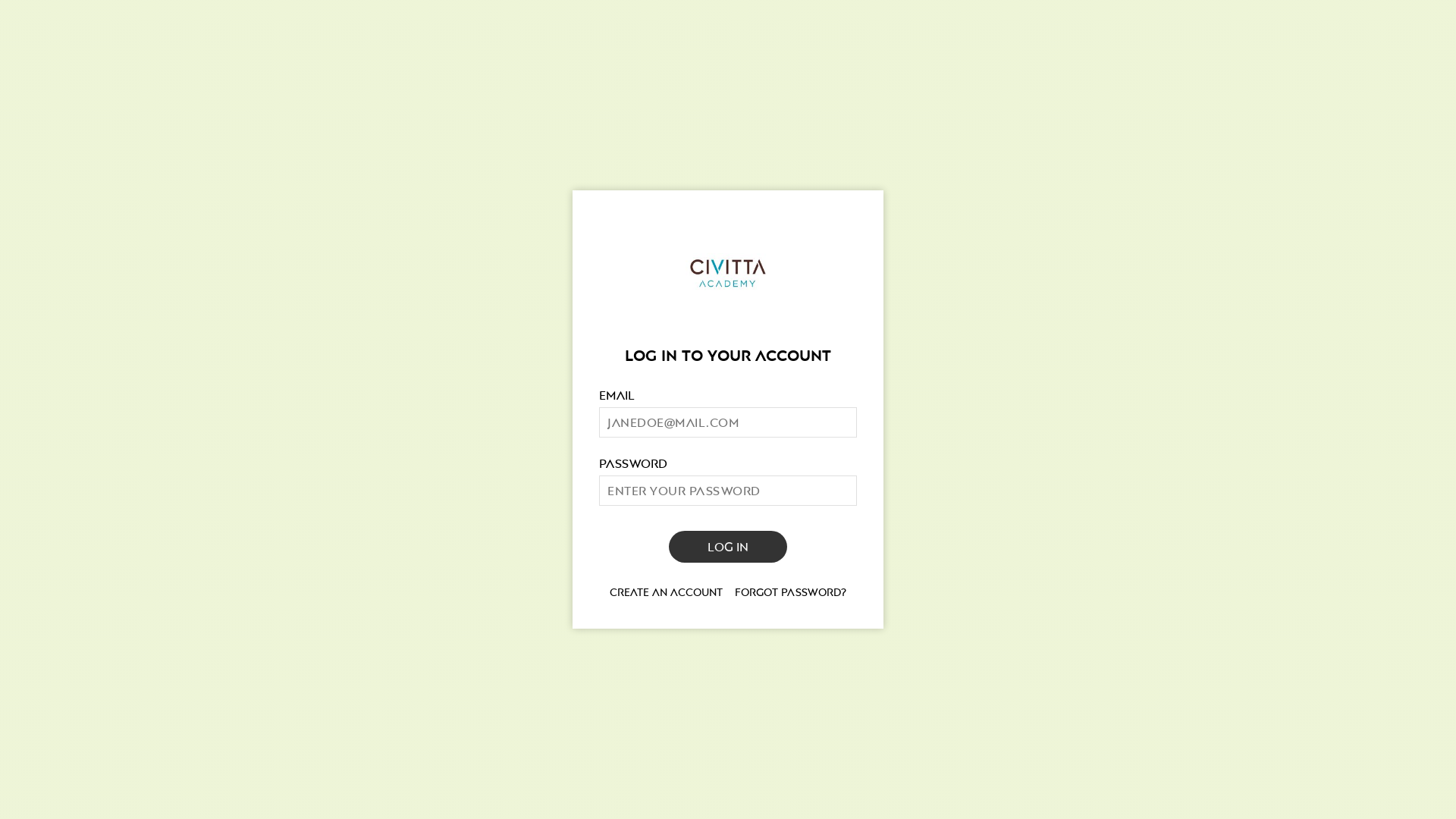  What do you see at coordinates (789, 591) in the screenshot?
I see `'Forgot password?'` at bounding box center [789, 591].